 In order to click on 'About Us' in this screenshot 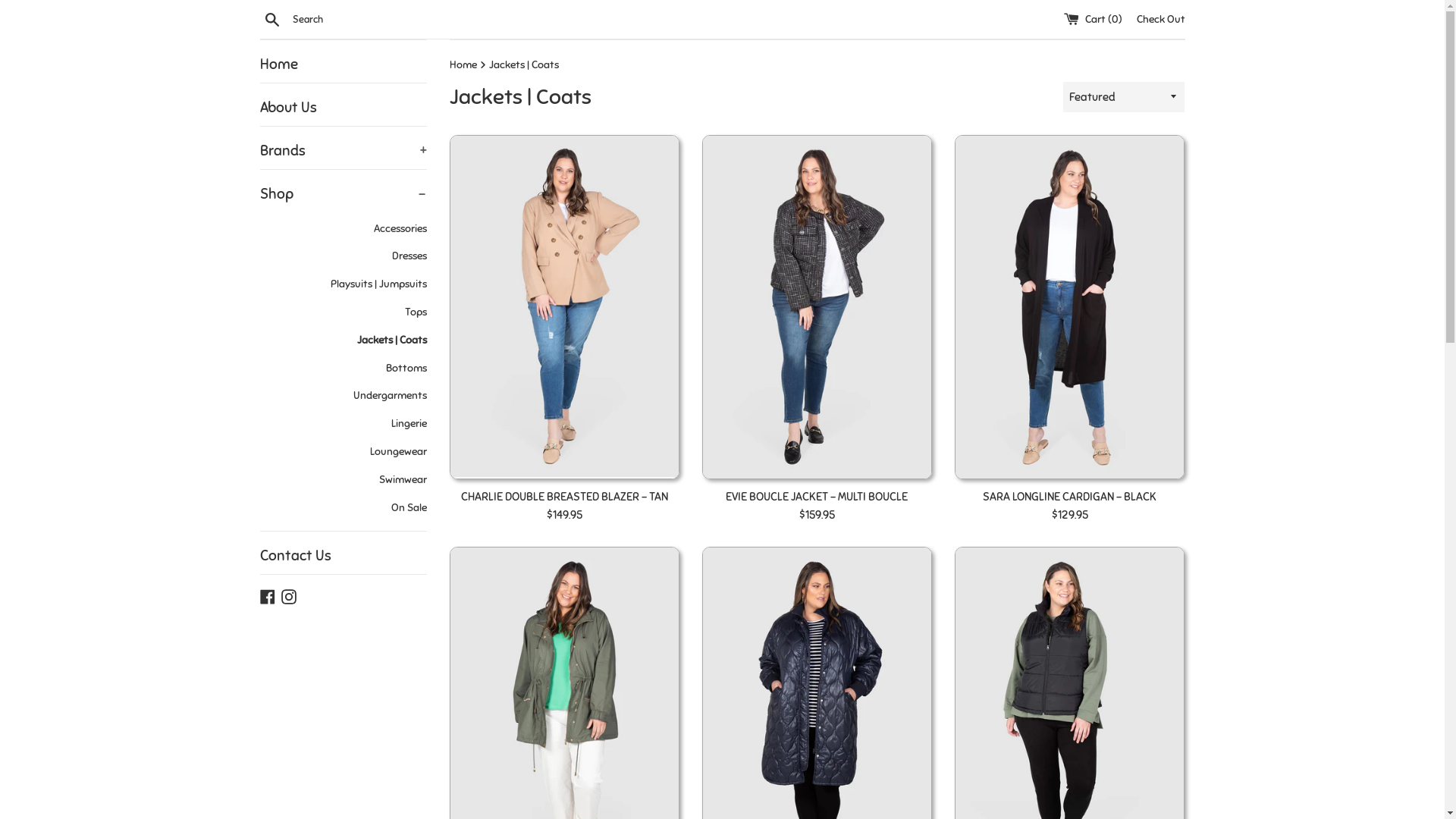, I will do `click(341, 107)`.